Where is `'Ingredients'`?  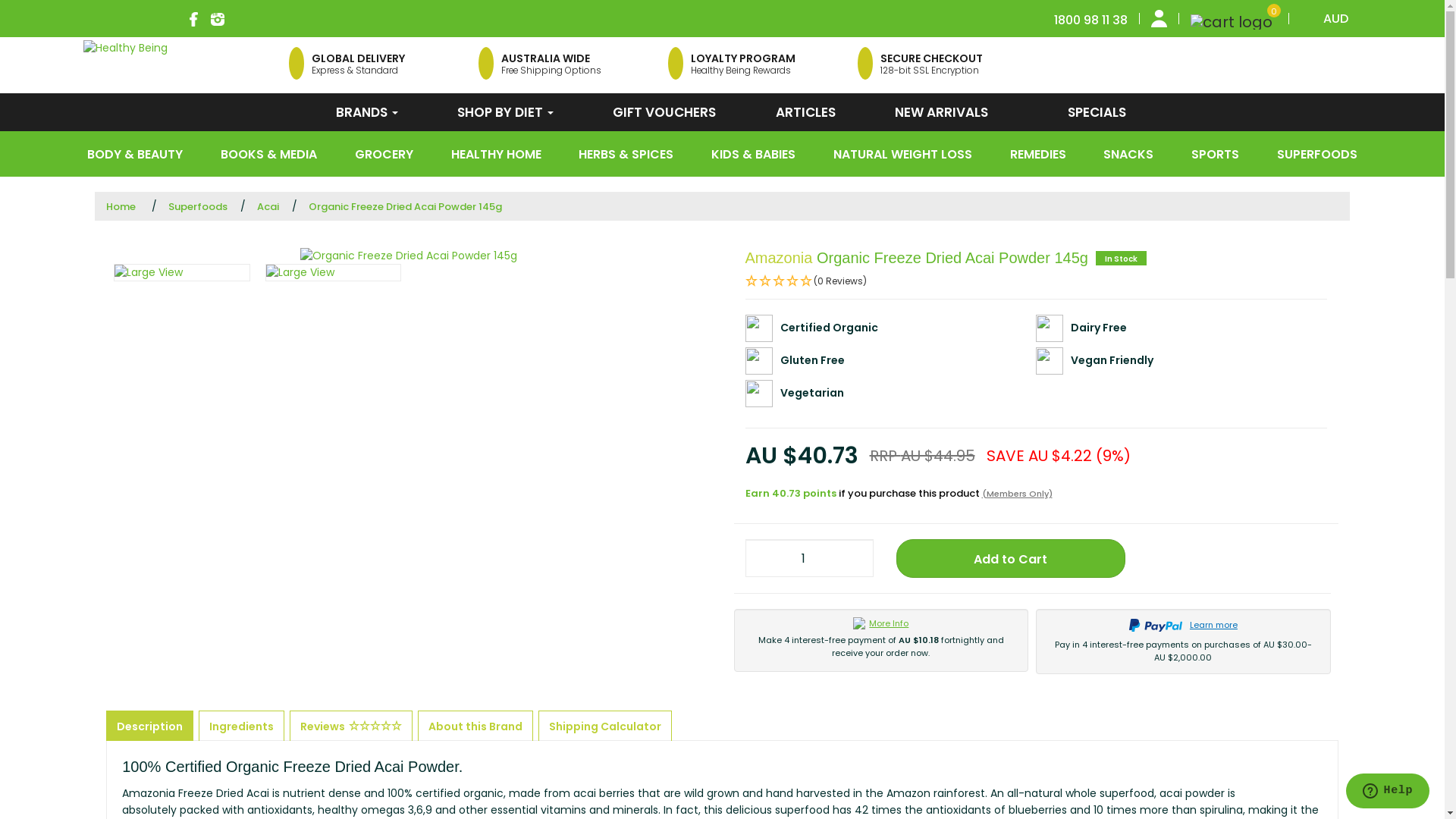
'Ingredients' is located at coordinates (240, 724).